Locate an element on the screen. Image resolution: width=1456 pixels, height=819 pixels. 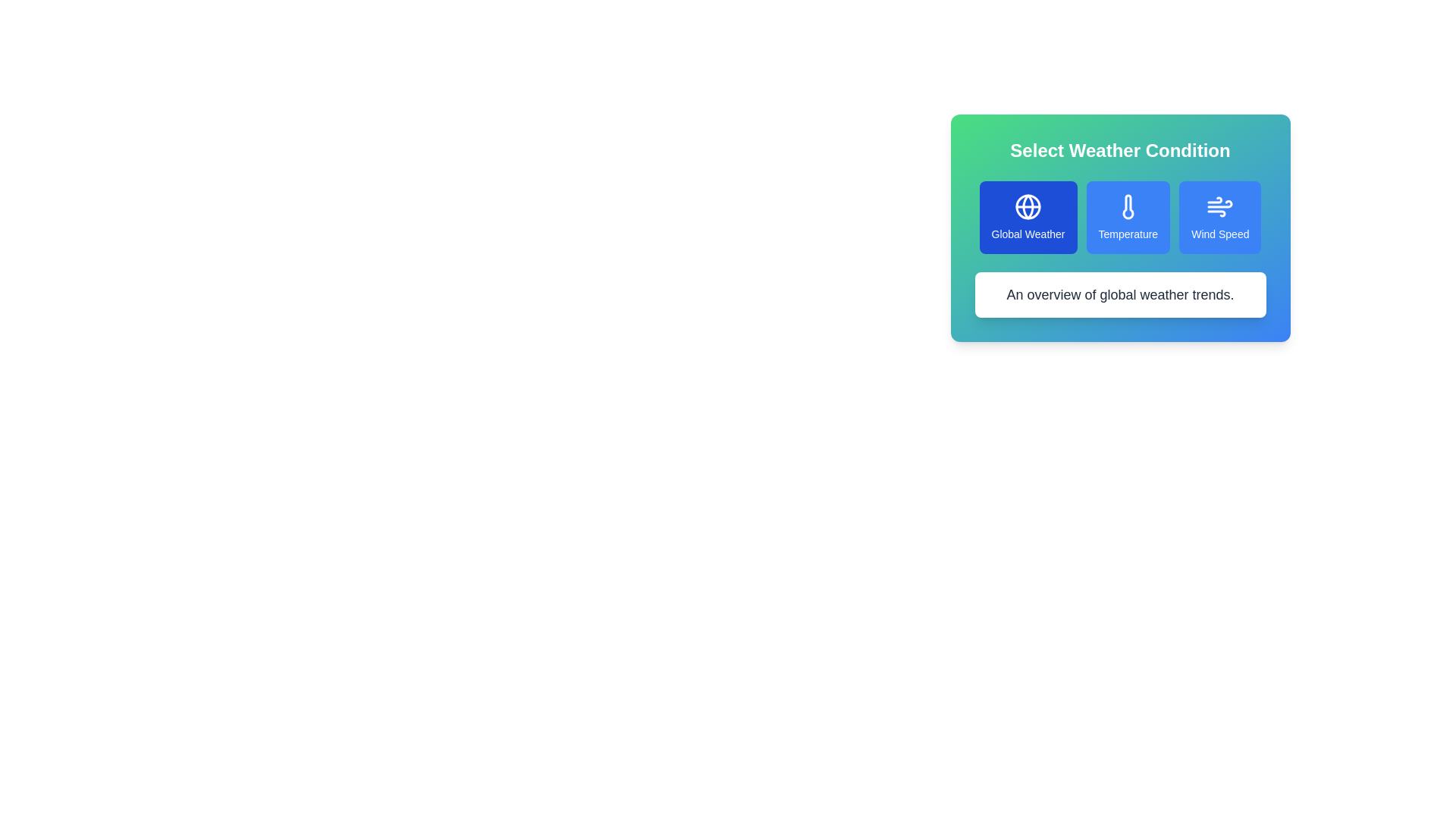
the button corresponding to Global Weather to select the desired weather condition is located at coordinates (1028, 217).